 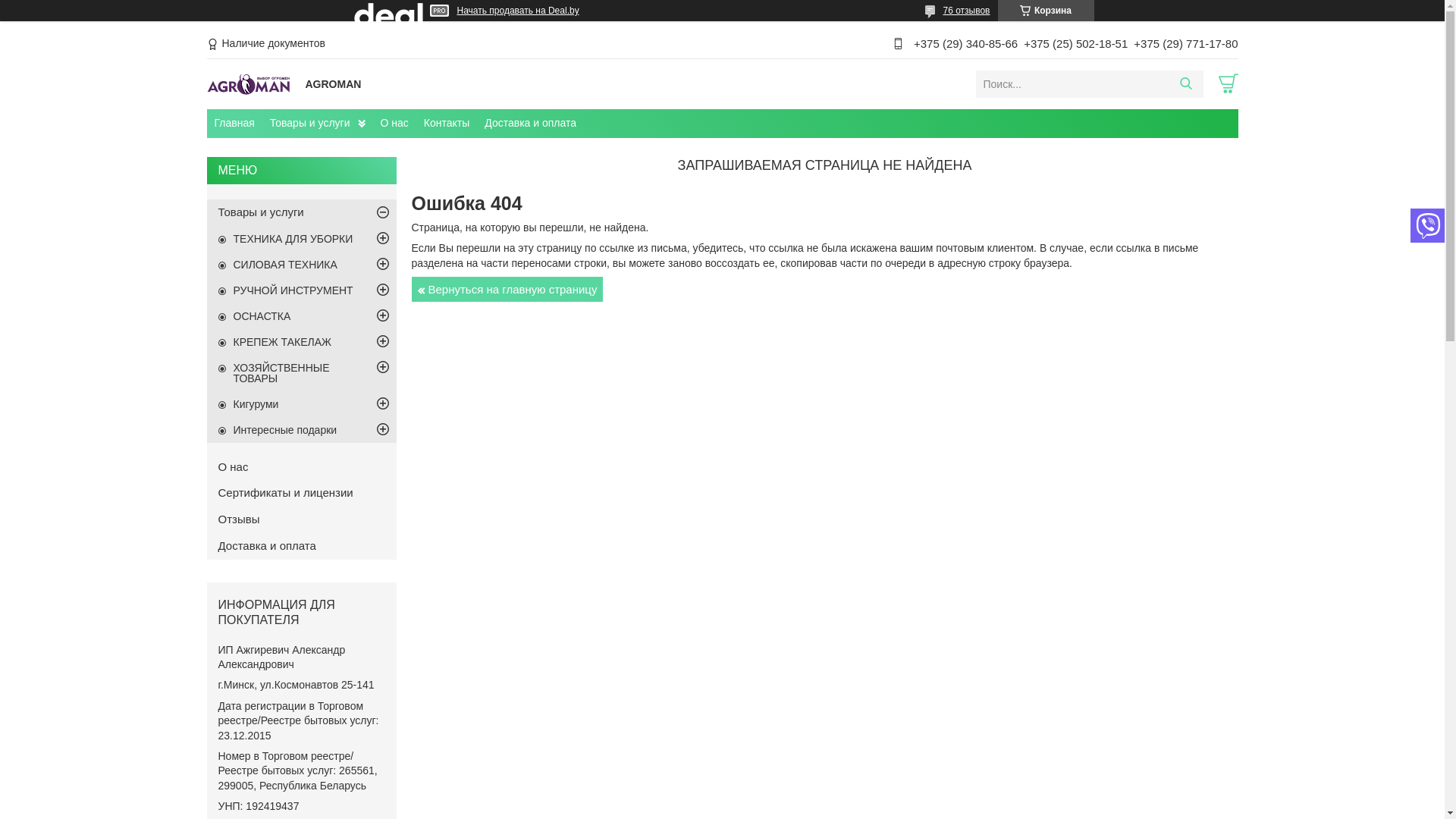 What do you see at coordinates (251, 83) in the screenshot?
I see `'AGROMAN'` at bounding box center [251, 83].